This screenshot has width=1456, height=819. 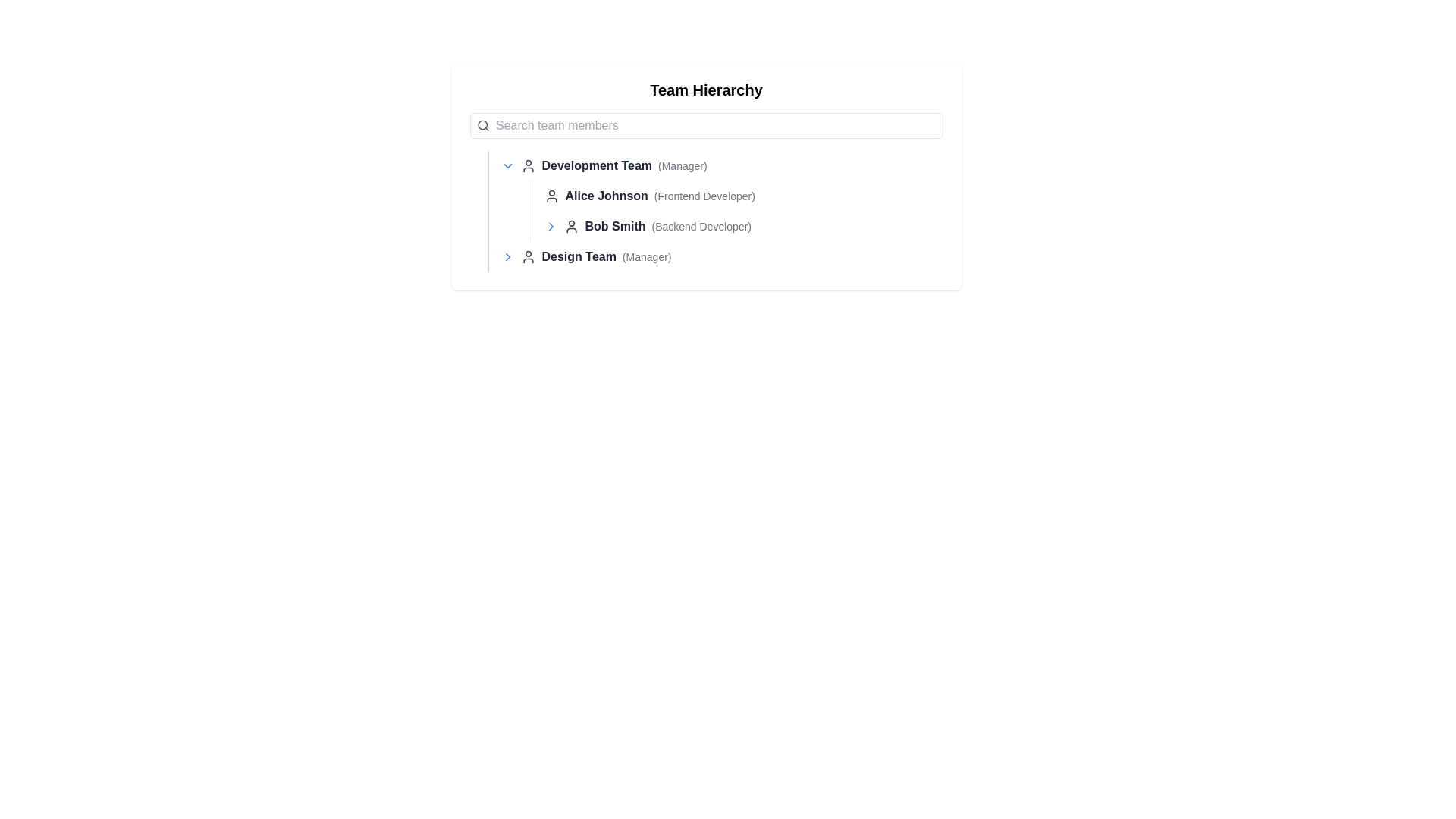 I want to click on the user/team manager icon located to the left of the text 'Design Team (Manager)' in the team entry row, so click(x=528, y=256).